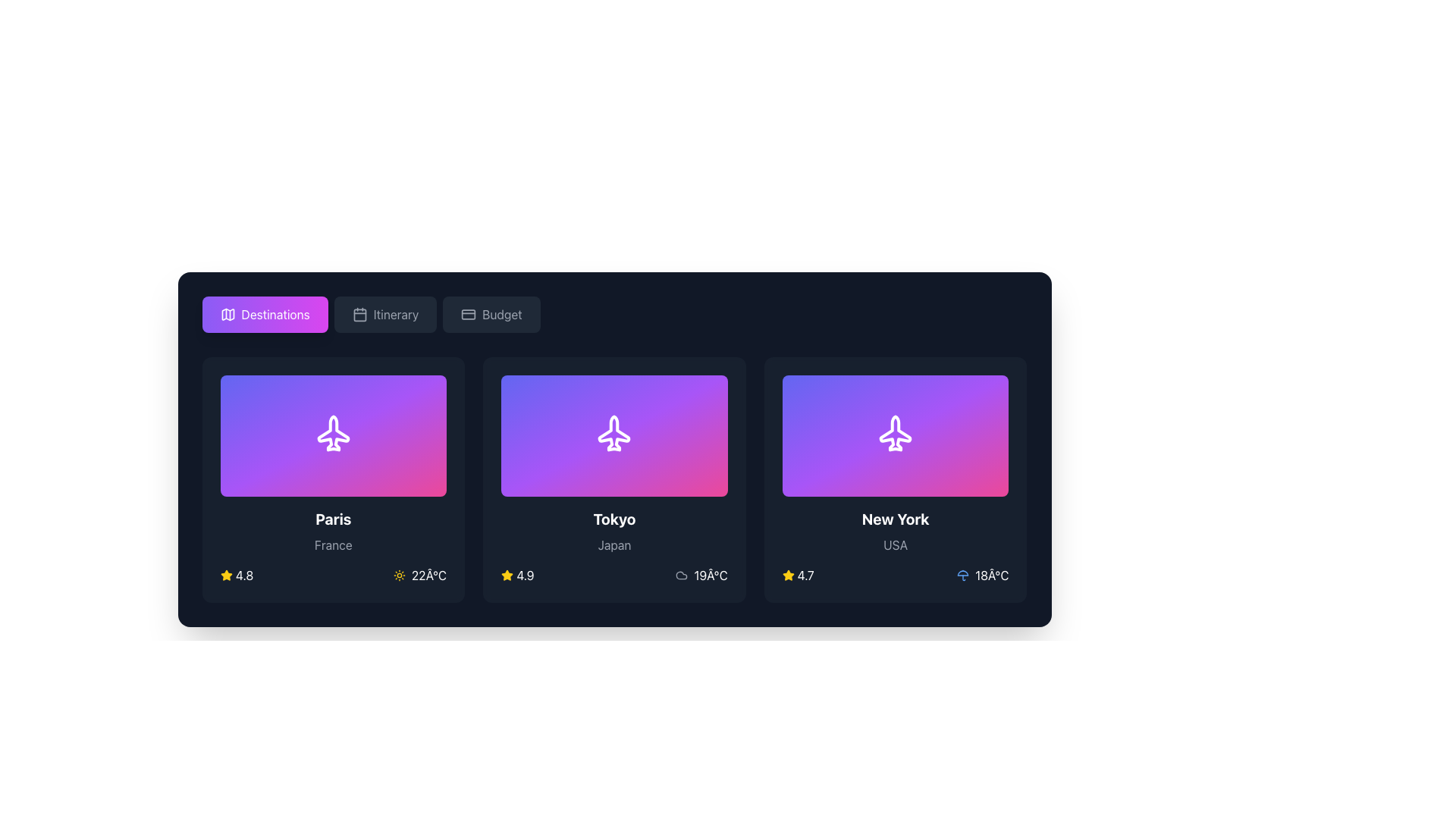  I want to click on the blue-colored umbrella icon next to the temperature label '18°C' at the bottom-right corner of the New York weather card, so click(962, 576).